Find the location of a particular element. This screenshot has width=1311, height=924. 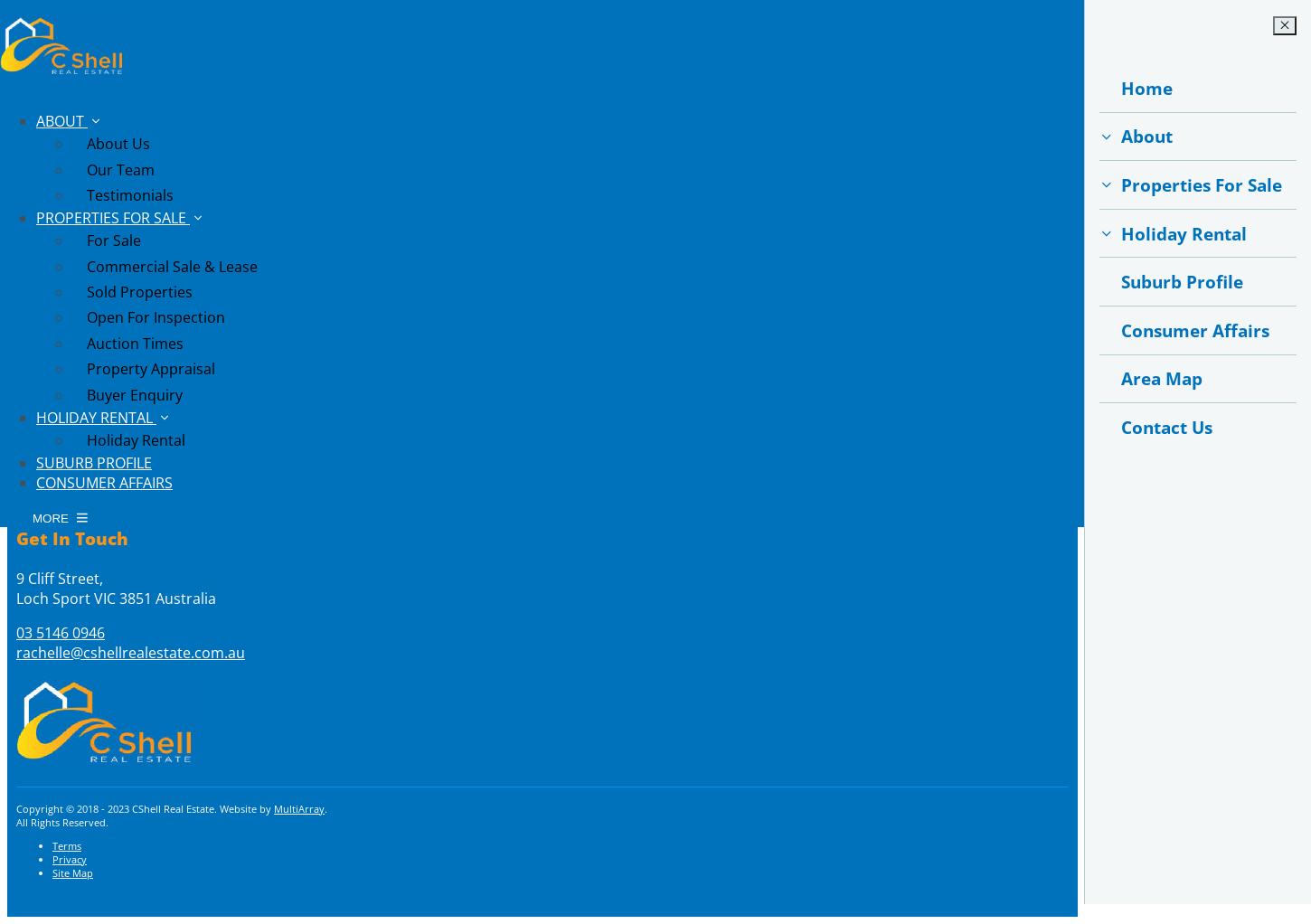

'Buy' is located at coordinates (15, 320).